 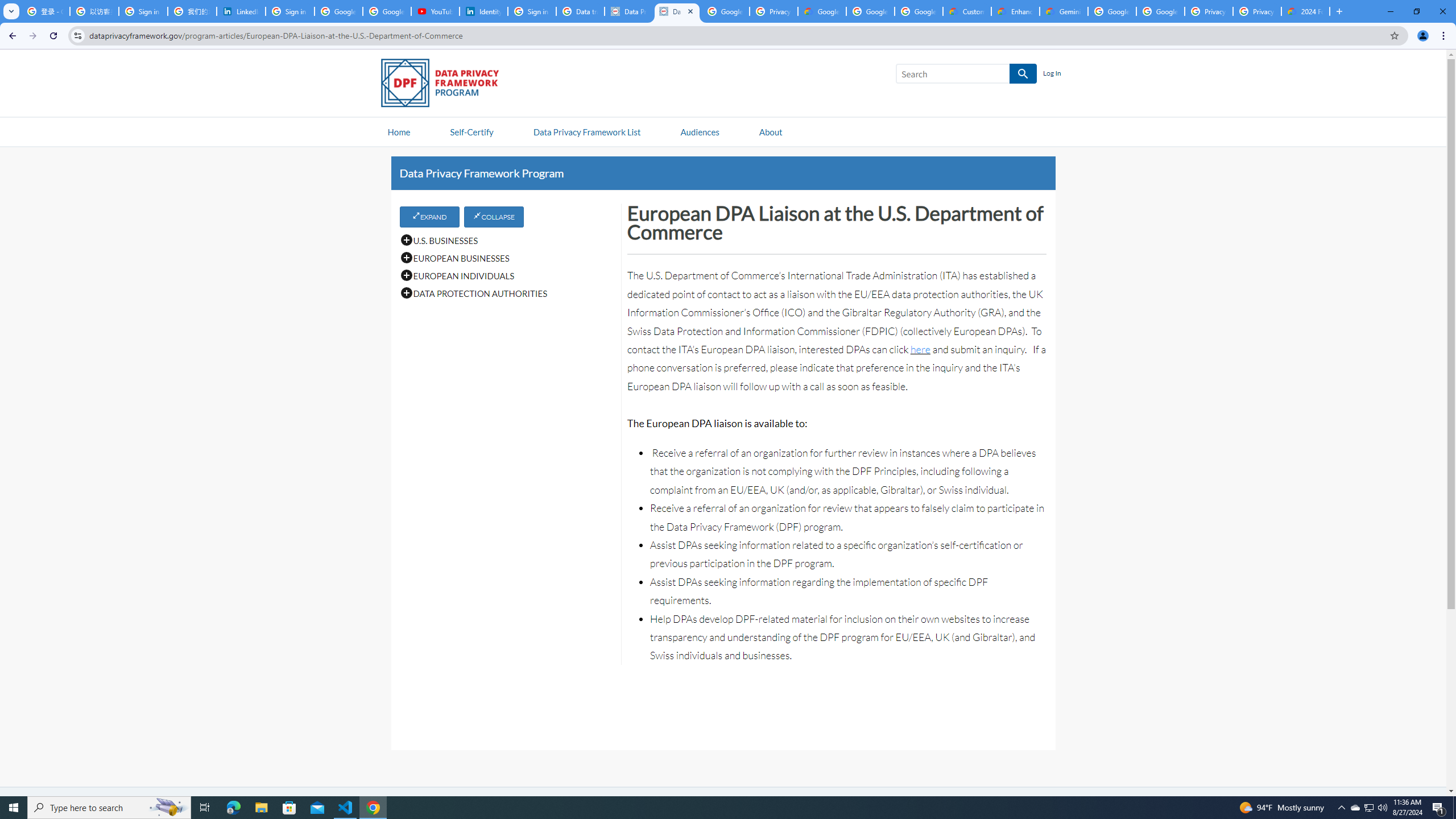 What do you see at coordinates (1111, 11) in the screenshot?
I see `'Google Cloud Platform'` at bounding box center [1111, 11].